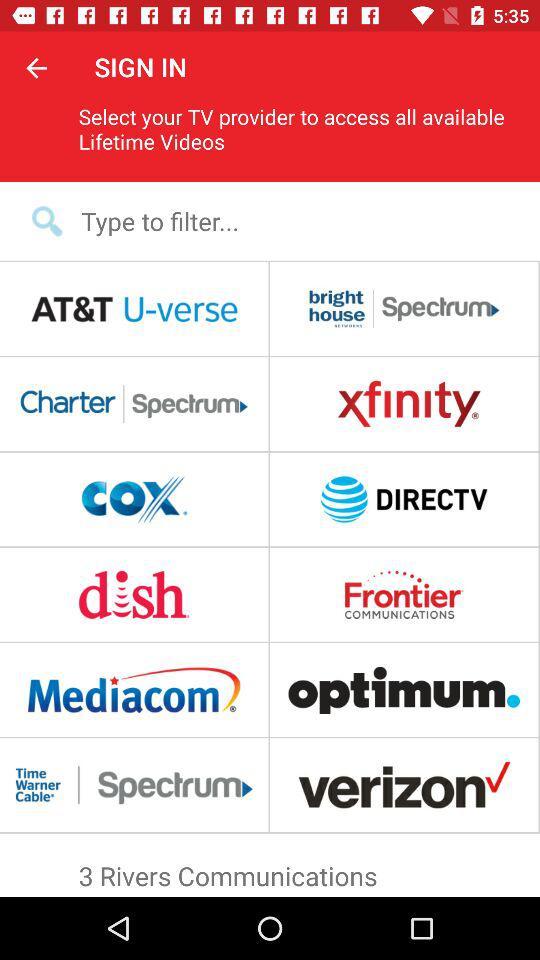 This screenshot has height=960, width=540. Describe the element at coordinates (36, 67) in the screenshot. I see `the item above select your tv` at that location.